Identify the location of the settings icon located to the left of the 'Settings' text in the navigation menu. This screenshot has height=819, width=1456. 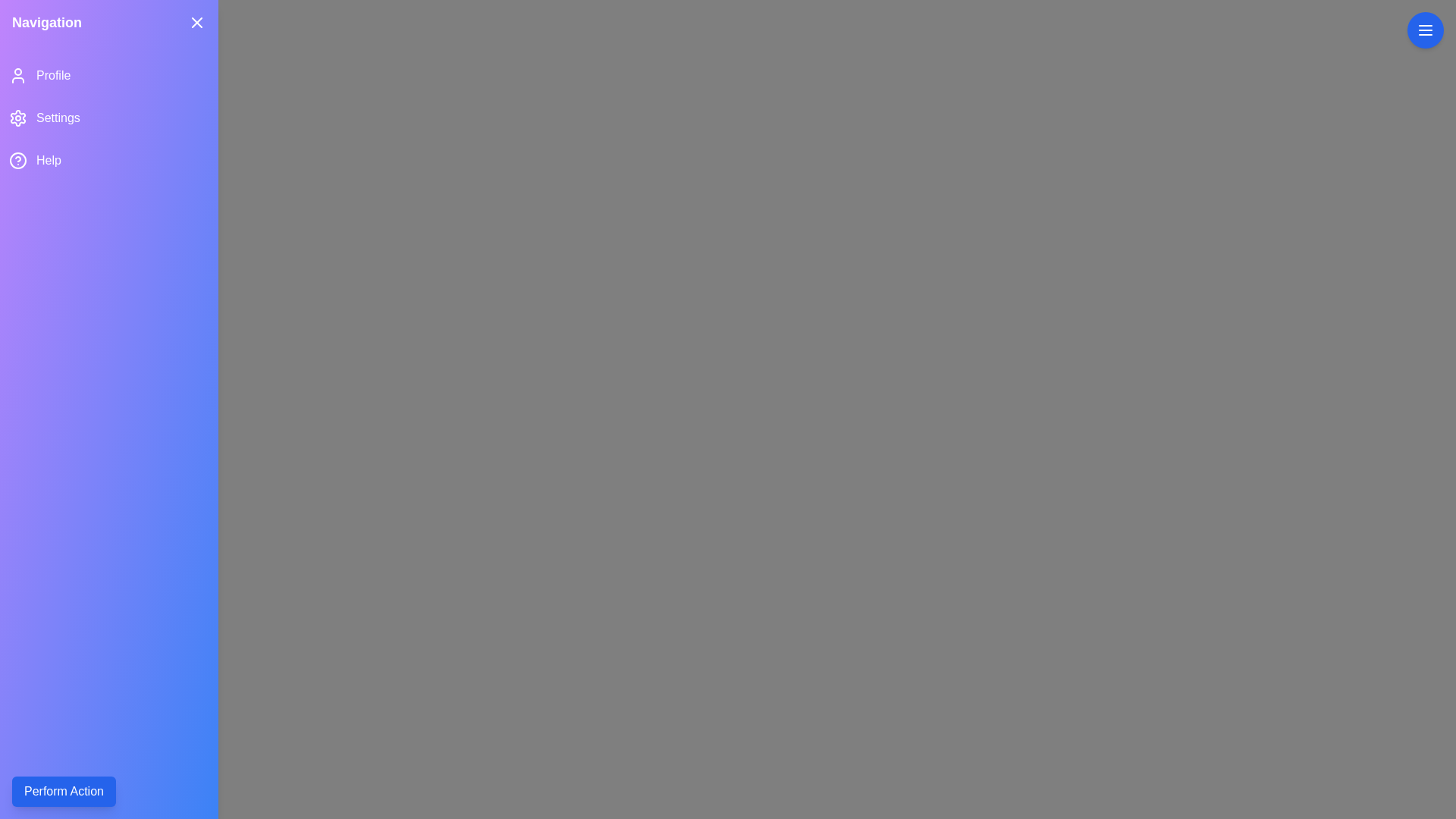
(18, 117).